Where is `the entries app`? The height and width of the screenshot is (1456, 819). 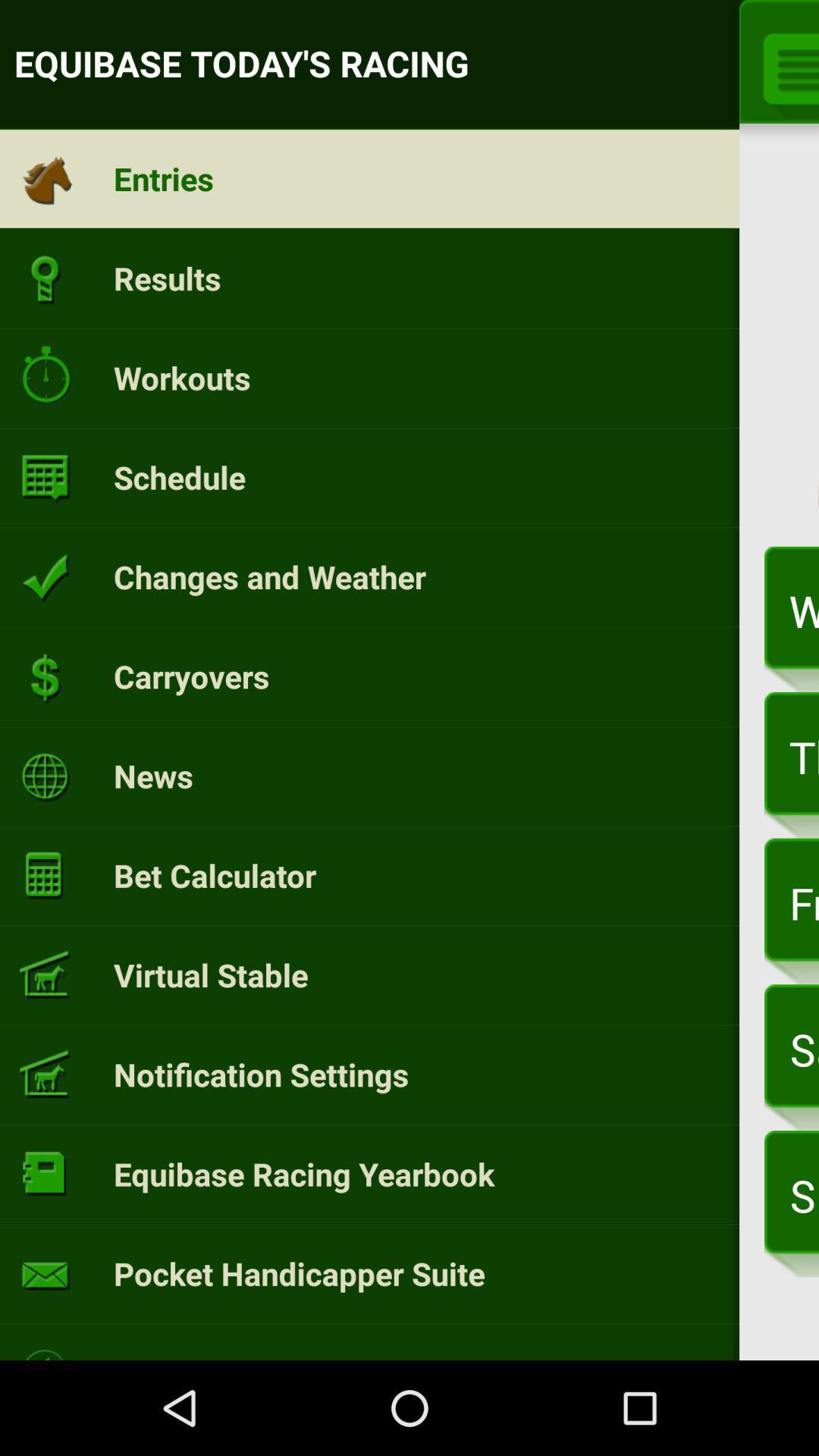
the entries app is located at coordinates (164, 178).